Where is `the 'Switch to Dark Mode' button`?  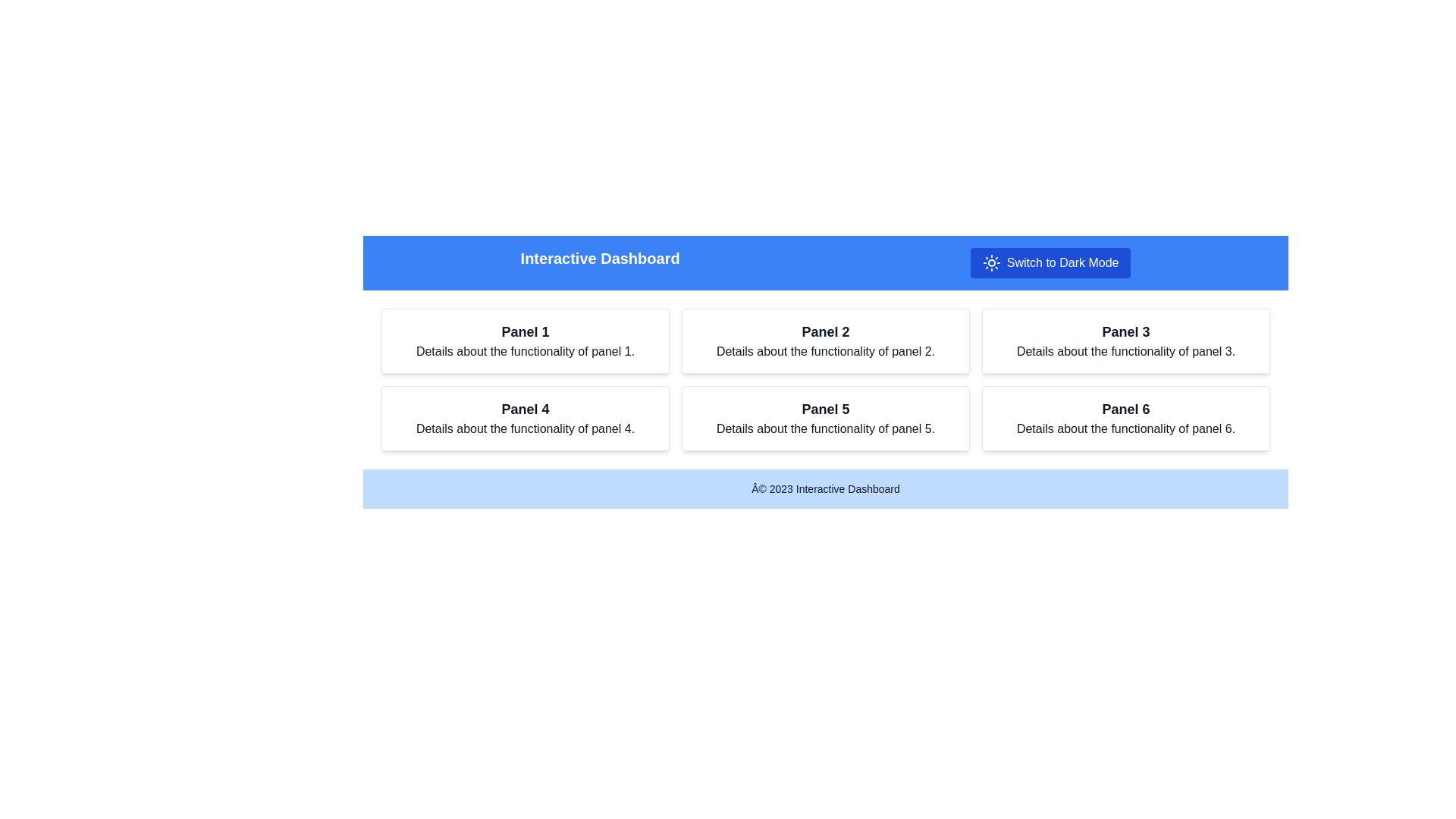 the 'Switch to Dark Mode' button is located at coordinates (991, 262).